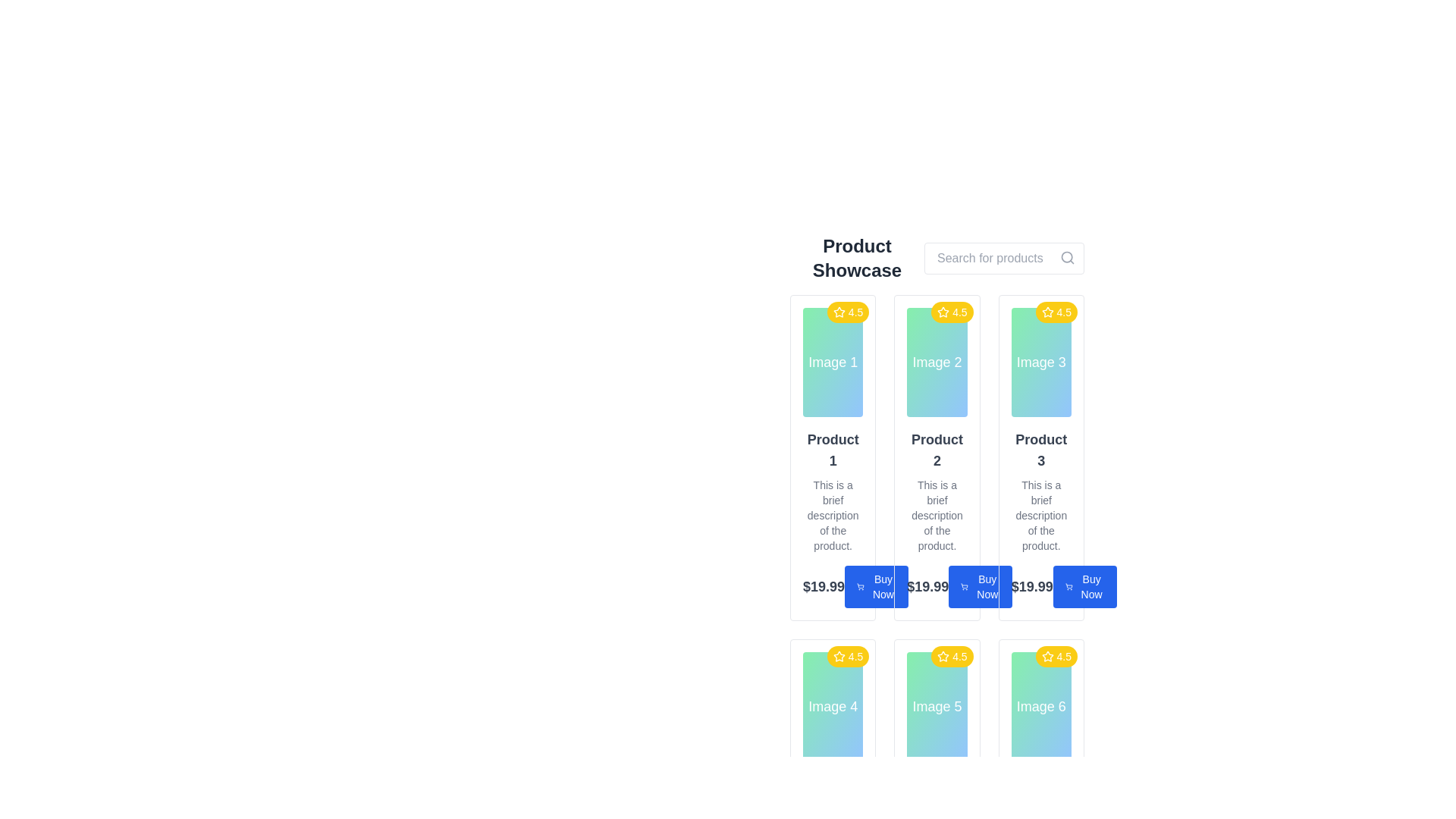  What do you see at coordinates (951, 656) in the screenshot?
I see `the yellow Rating badge with a white star icon and the text '4.5', located in the top-right corner of the product card for 'Image 5'` at bounding box center [951, 656].